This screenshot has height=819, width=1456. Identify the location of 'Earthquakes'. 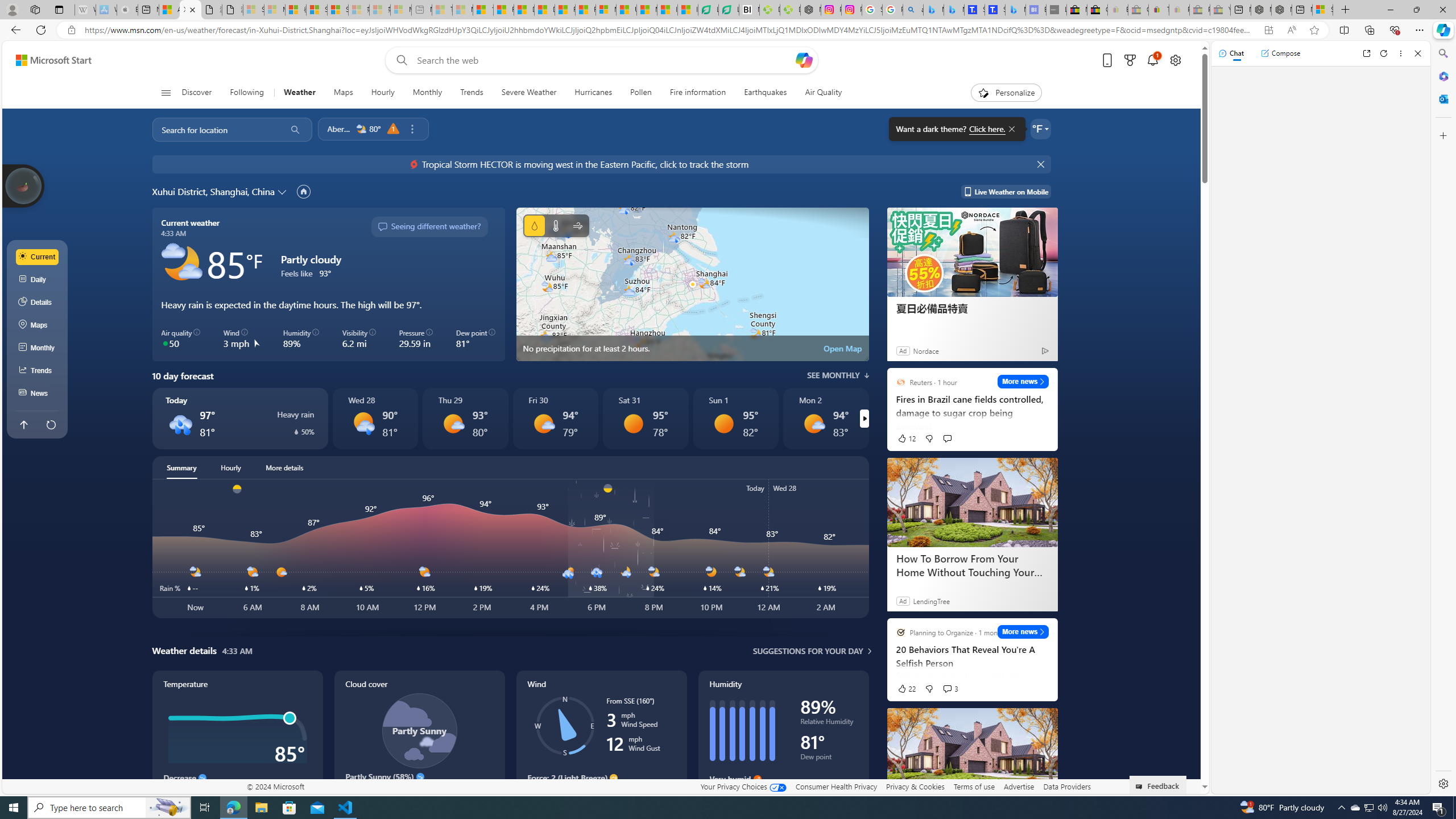
(765, 92).